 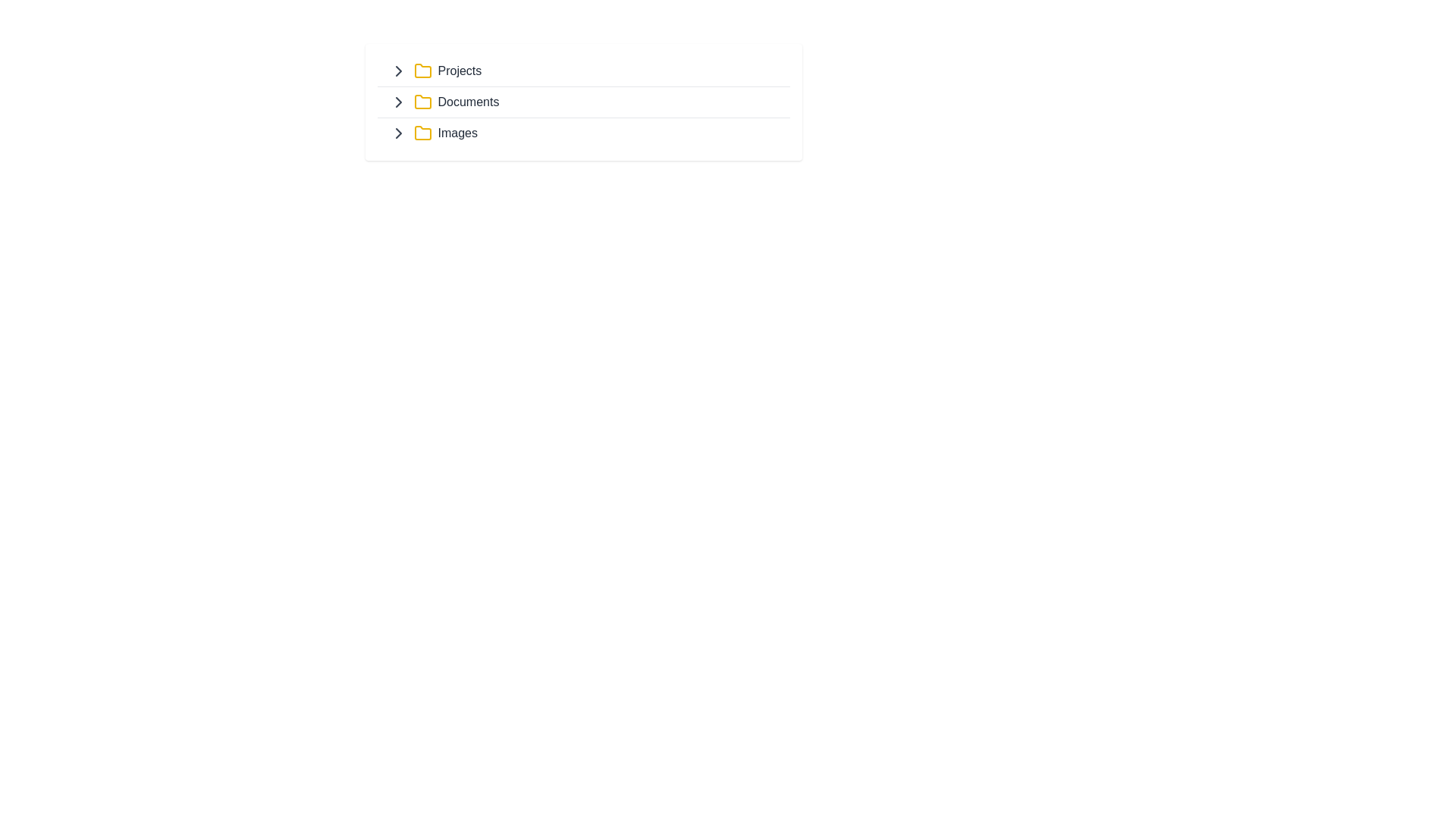 I want to click on the right-facing chevron icon located to the left of the yellow folder icon in the 'Documents' list item, so click(x=398, y=102).